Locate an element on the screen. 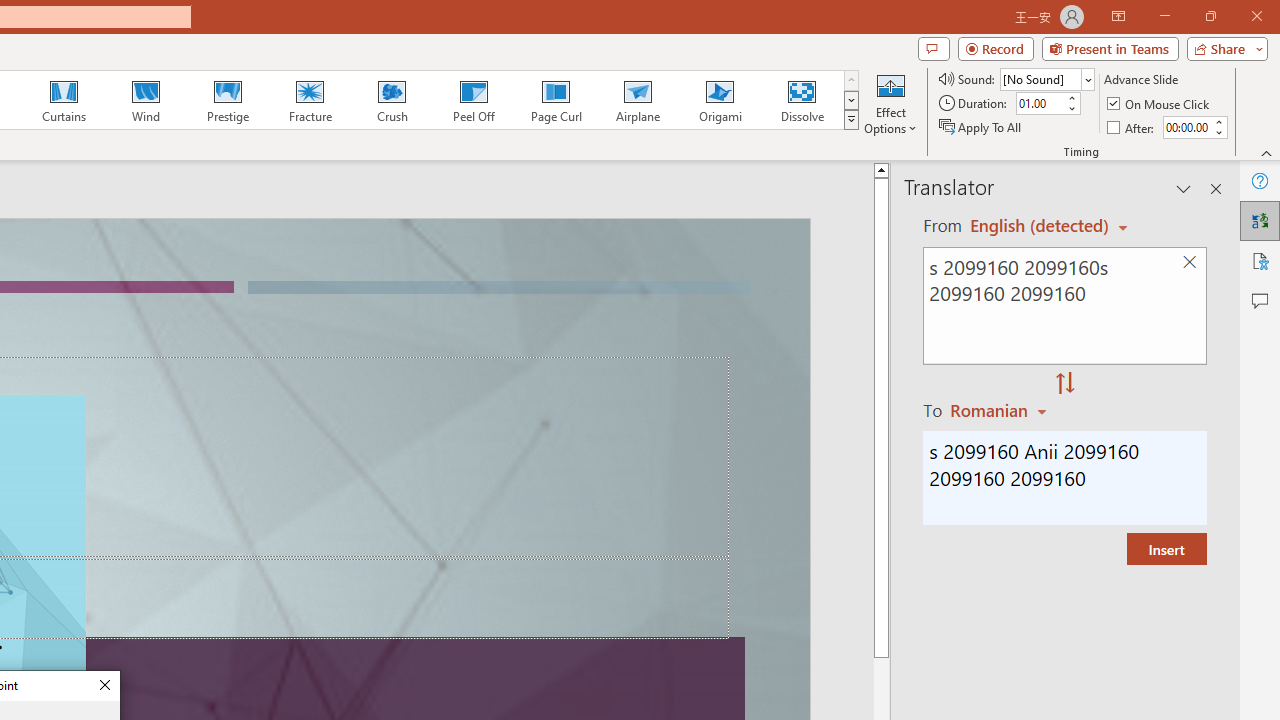 This screenshot has width=1280, height=720. 'Airplane' is located at coordinates (636, 100).